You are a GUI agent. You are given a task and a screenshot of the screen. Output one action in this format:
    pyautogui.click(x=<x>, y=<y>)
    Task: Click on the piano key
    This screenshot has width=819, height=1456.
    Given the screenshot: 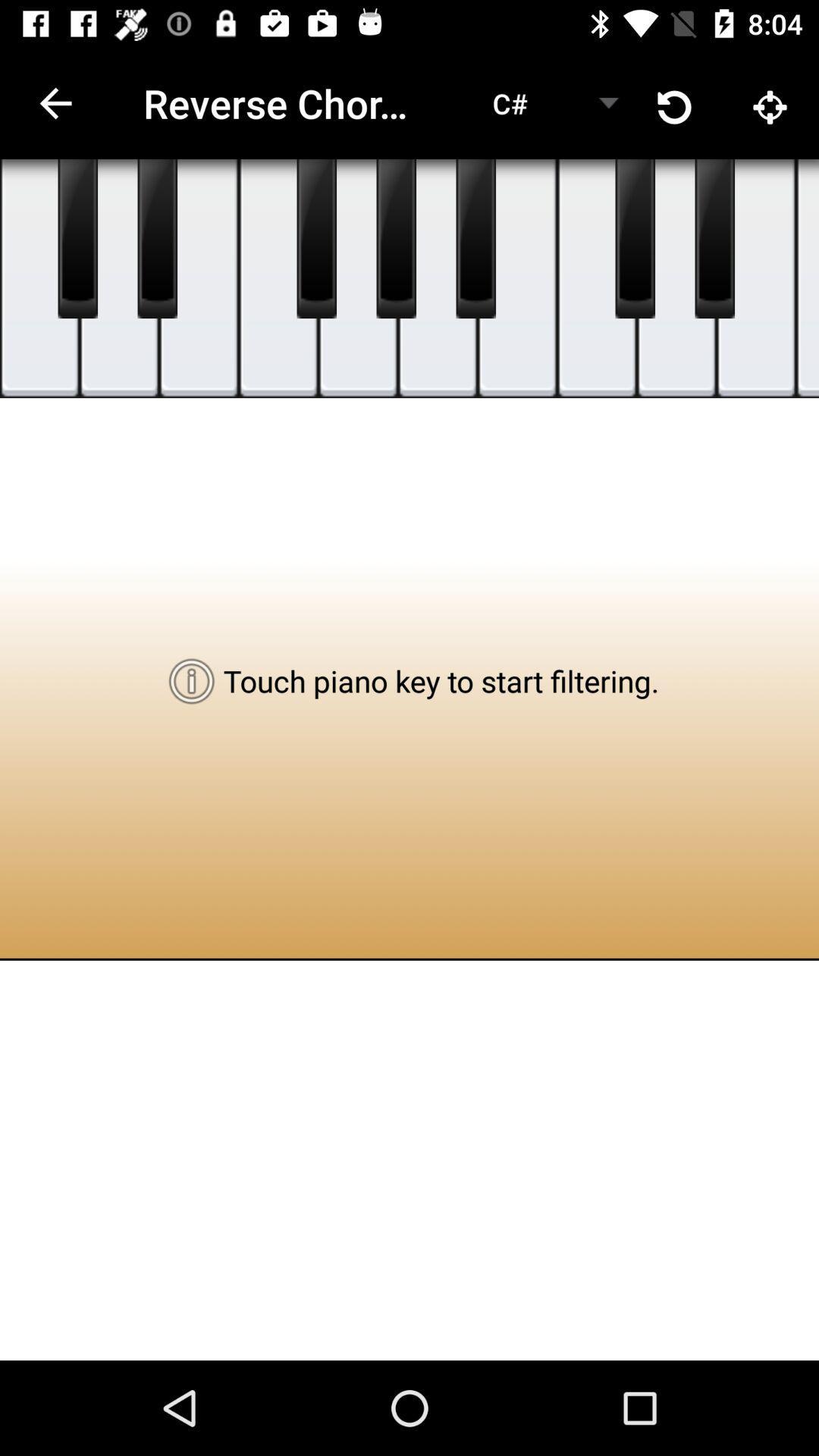 What is the action you would take?
    pyautogui.click(x=756, y=278)
    